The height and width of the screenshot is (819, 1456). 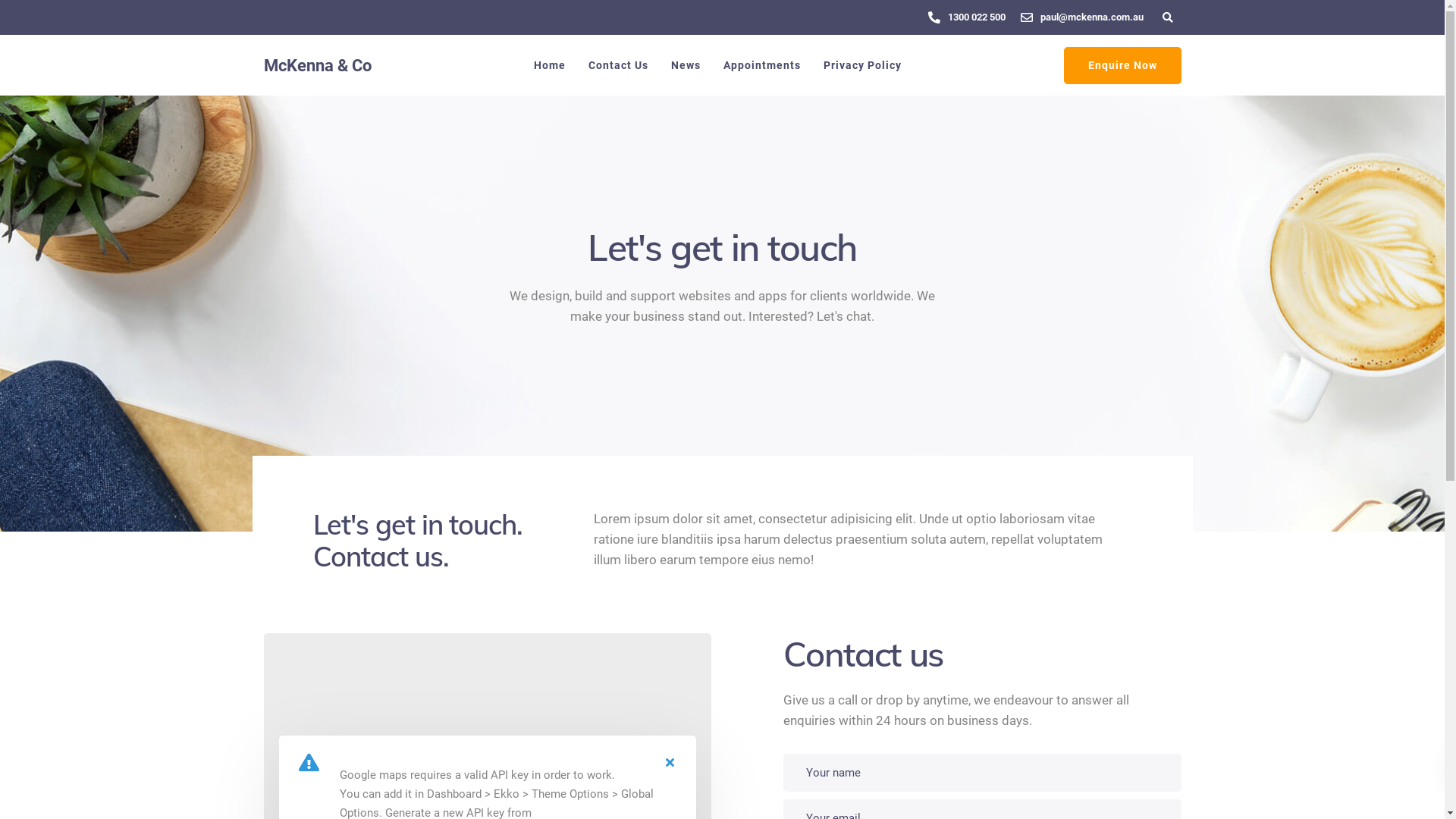 What do you see at coordinates (1095, 17) in the screenshot?
I see `'paul@mckenna.com.au'` at bounding box center [1095, 17].